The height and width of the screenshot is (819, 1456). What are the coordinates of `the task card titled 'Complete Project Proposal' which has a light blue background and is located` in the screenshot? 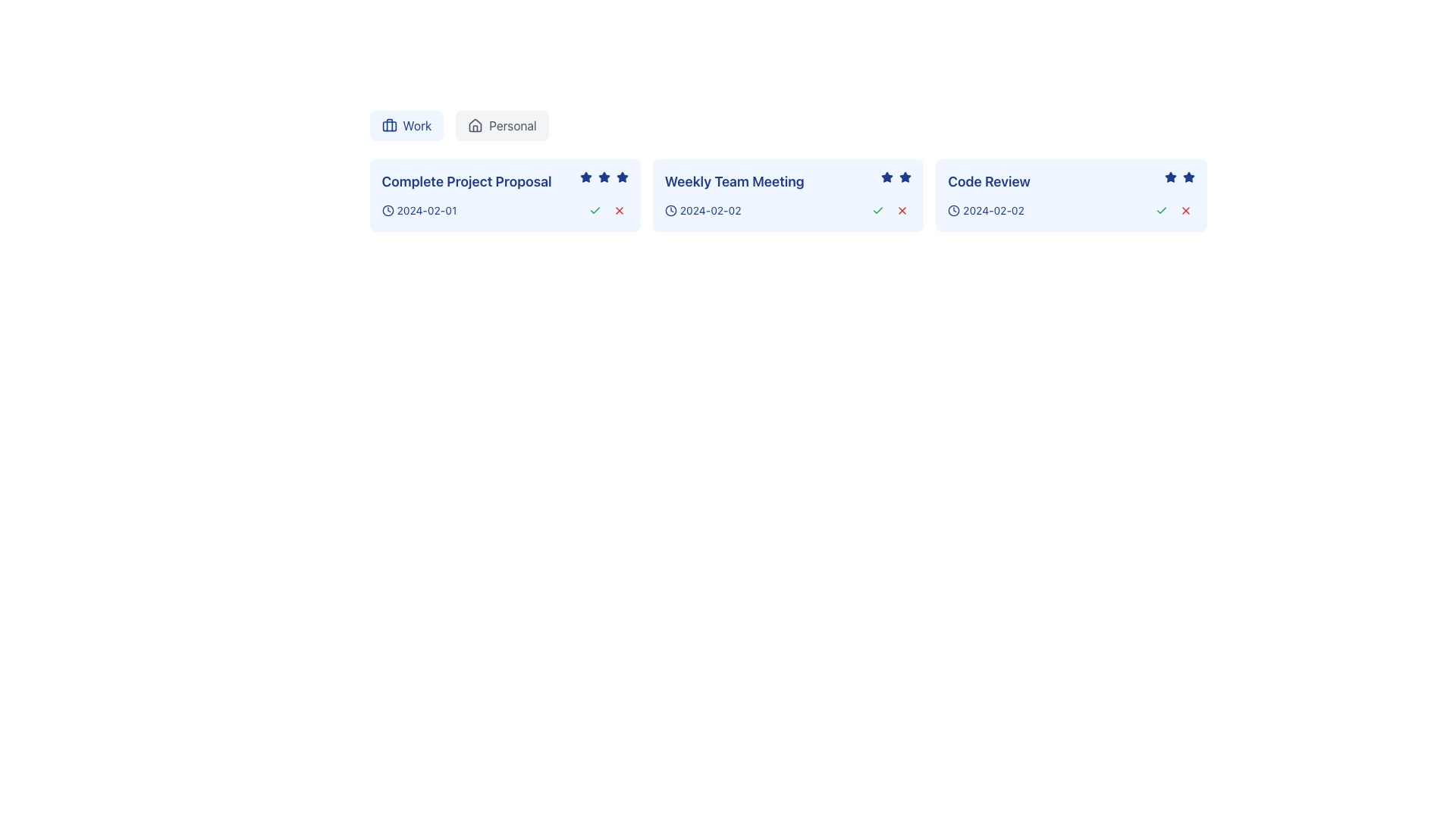 It's located at (505, 195).